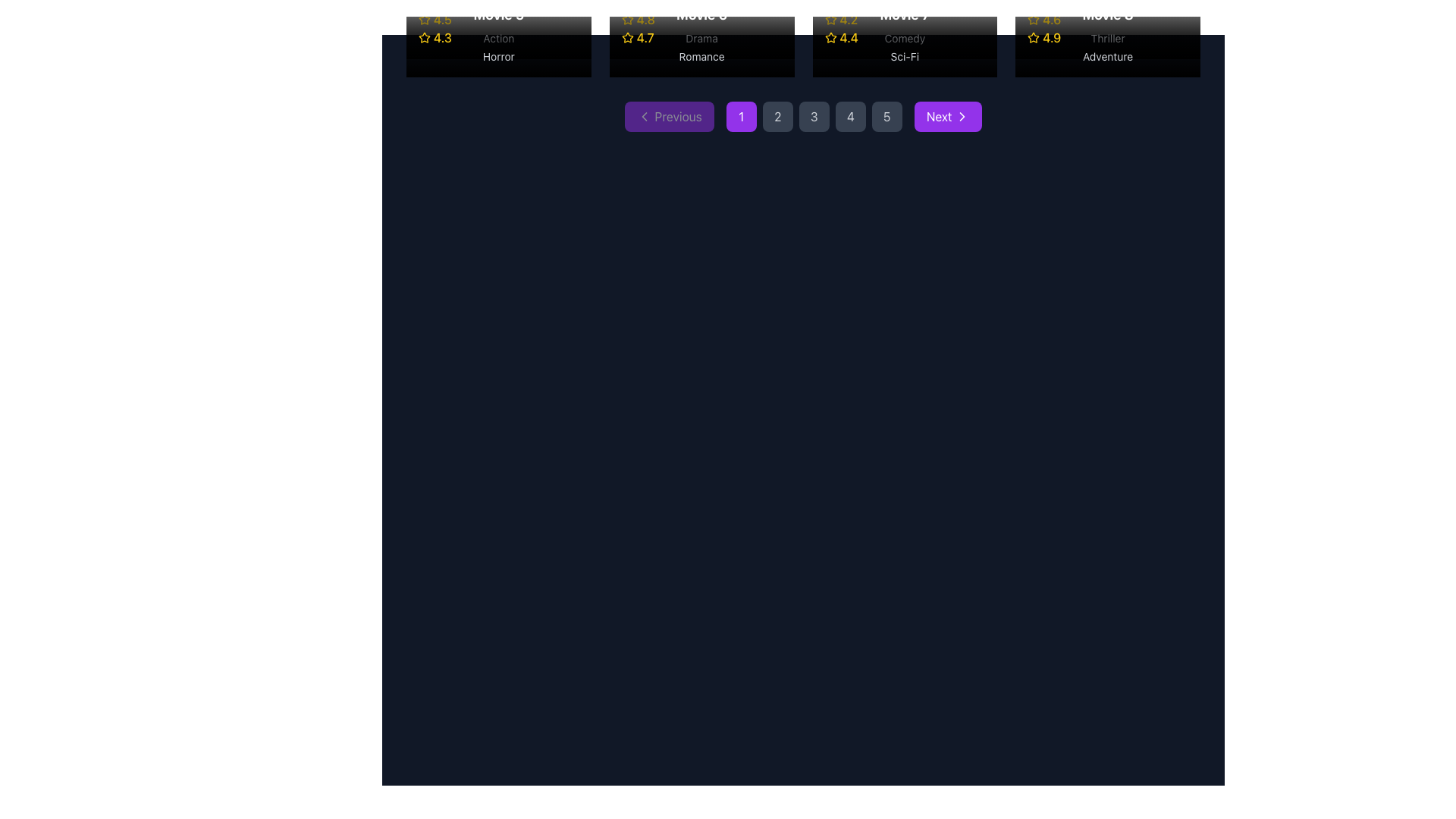 This screenshot has height=819, width=1456. Describe the element at coordinates (741, 116) in the screenshot. I see `the square button with a purple background and white text "1"` at that location.